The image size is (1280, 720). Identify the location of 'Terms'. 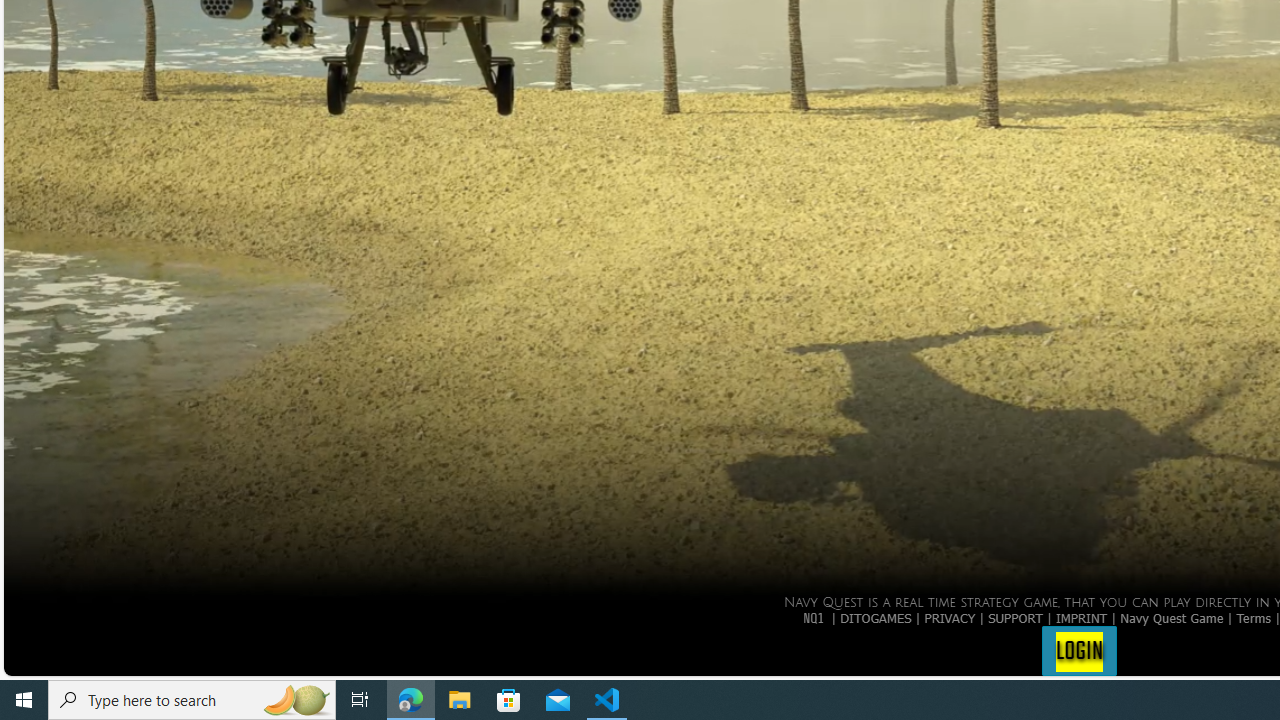
(1253, 616).